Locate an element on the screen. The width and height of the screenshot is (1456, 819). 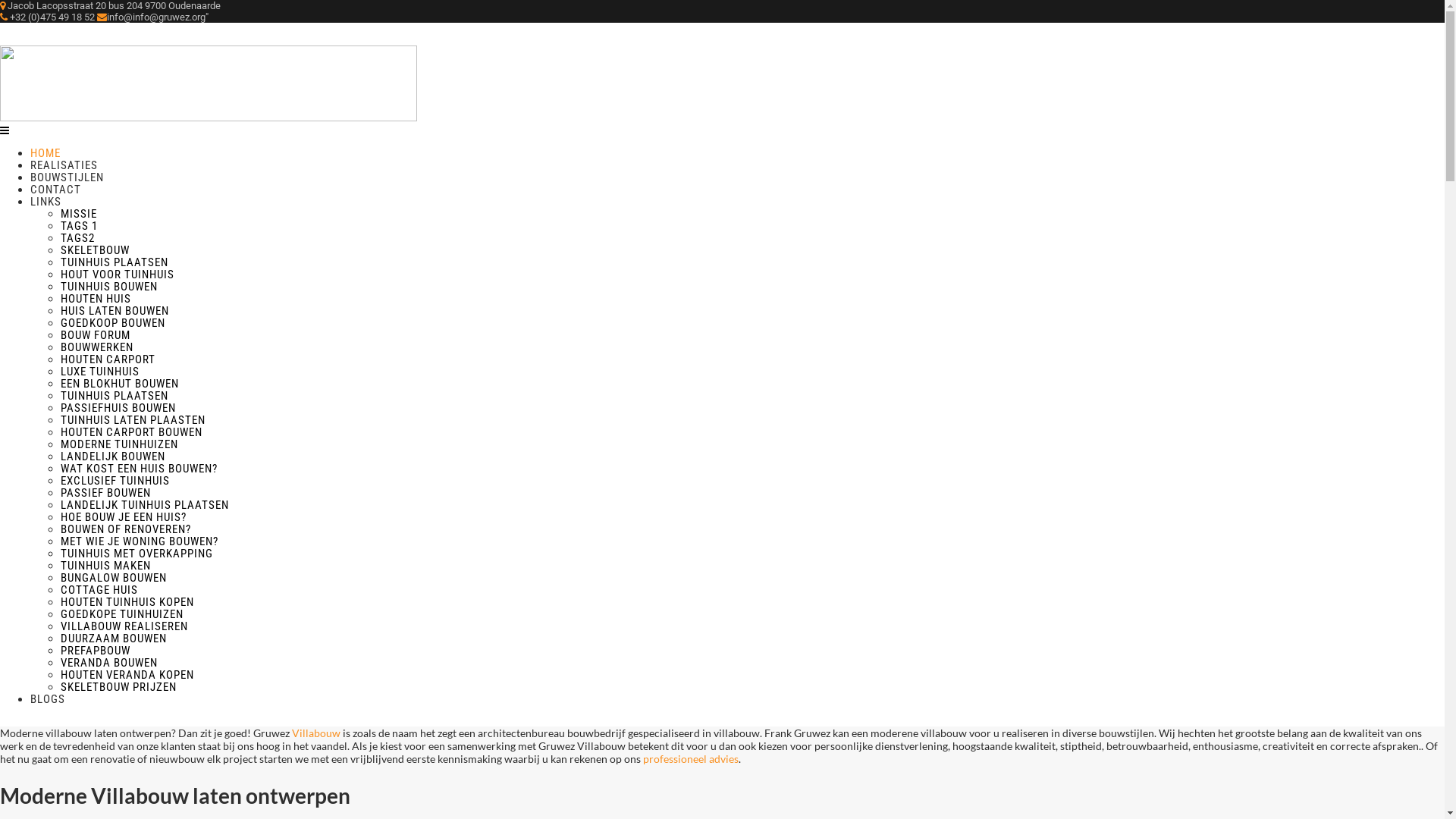
'SKELETBOUW' is located at coordinates (94, 249).